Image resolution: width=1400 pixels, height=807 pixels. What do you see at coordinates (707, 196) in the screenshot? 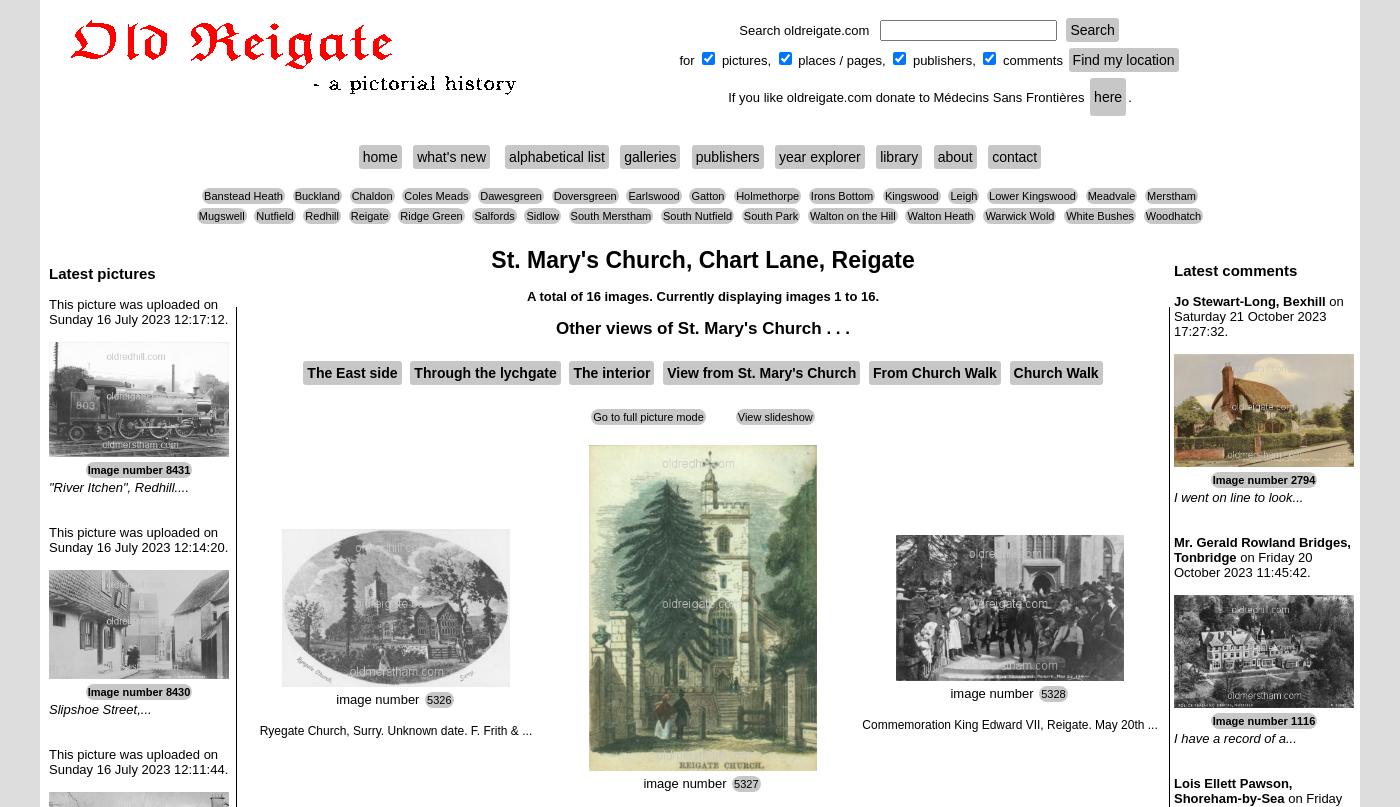
I see `'Gatton'` at bounding box center [707, 196].